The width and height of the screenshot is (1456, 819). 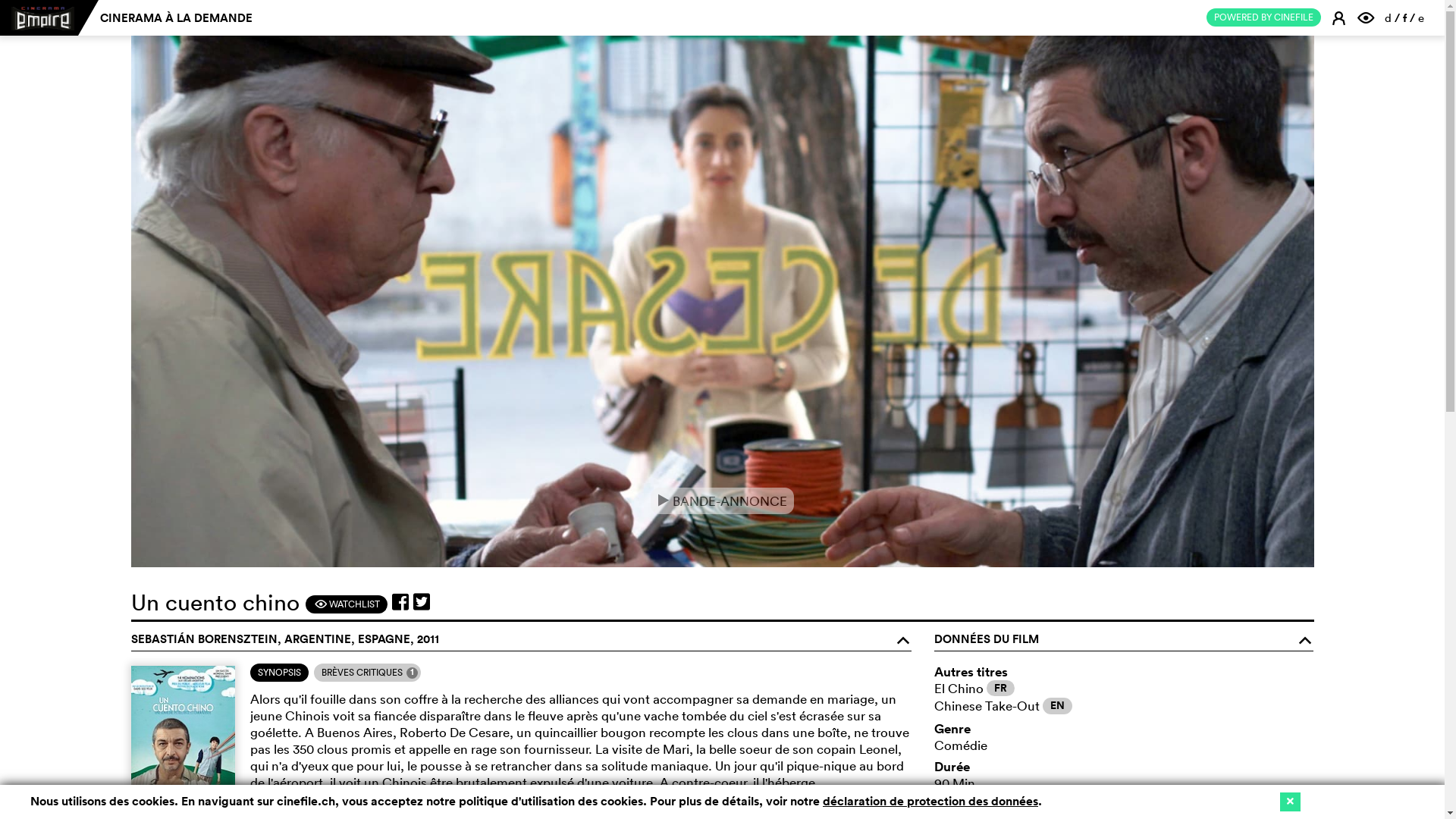 I want to click on 'E', so click(x=1340, y=17).